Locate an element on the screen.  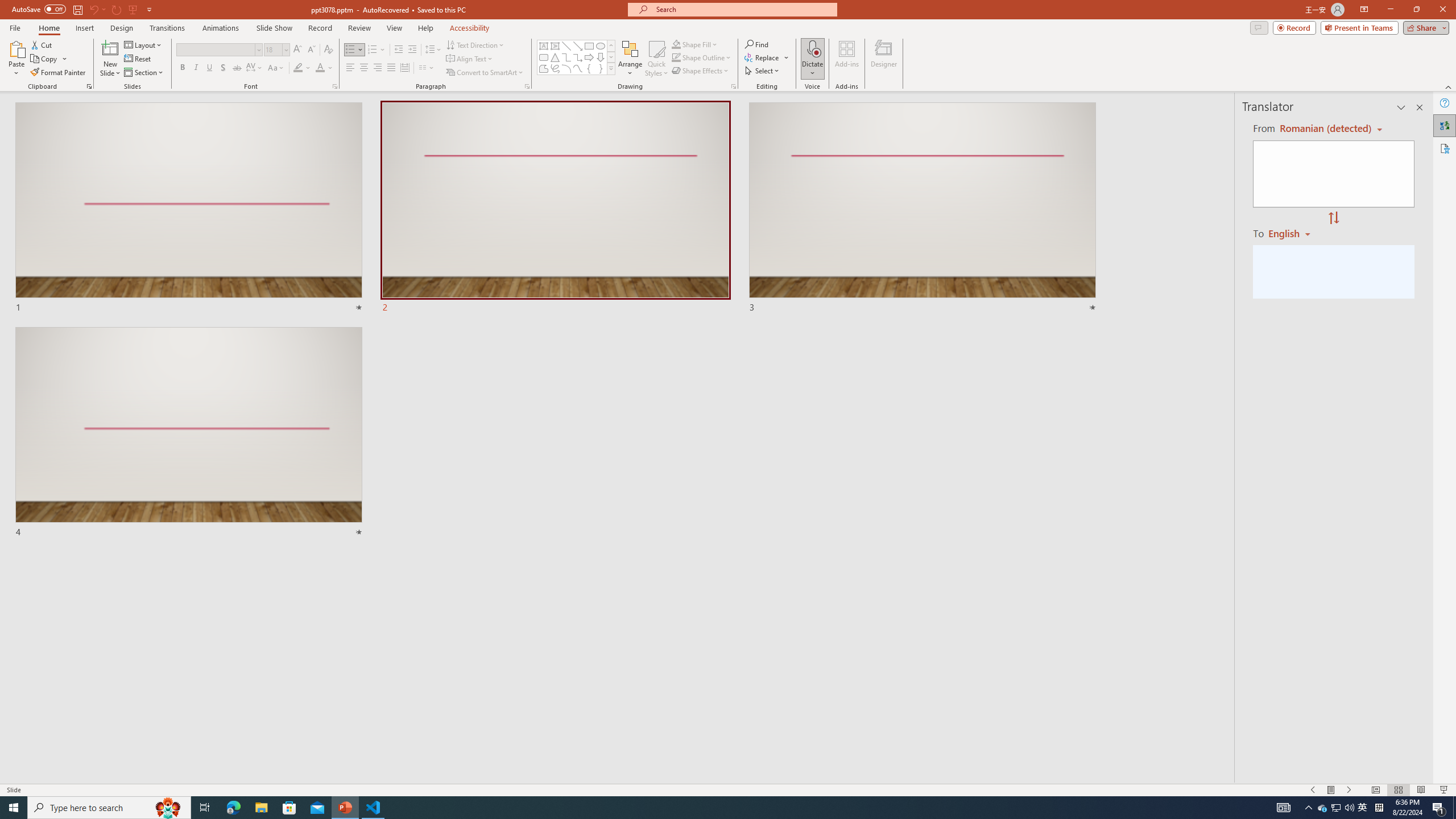
'Replace...' is located at coordinates (767, 56).